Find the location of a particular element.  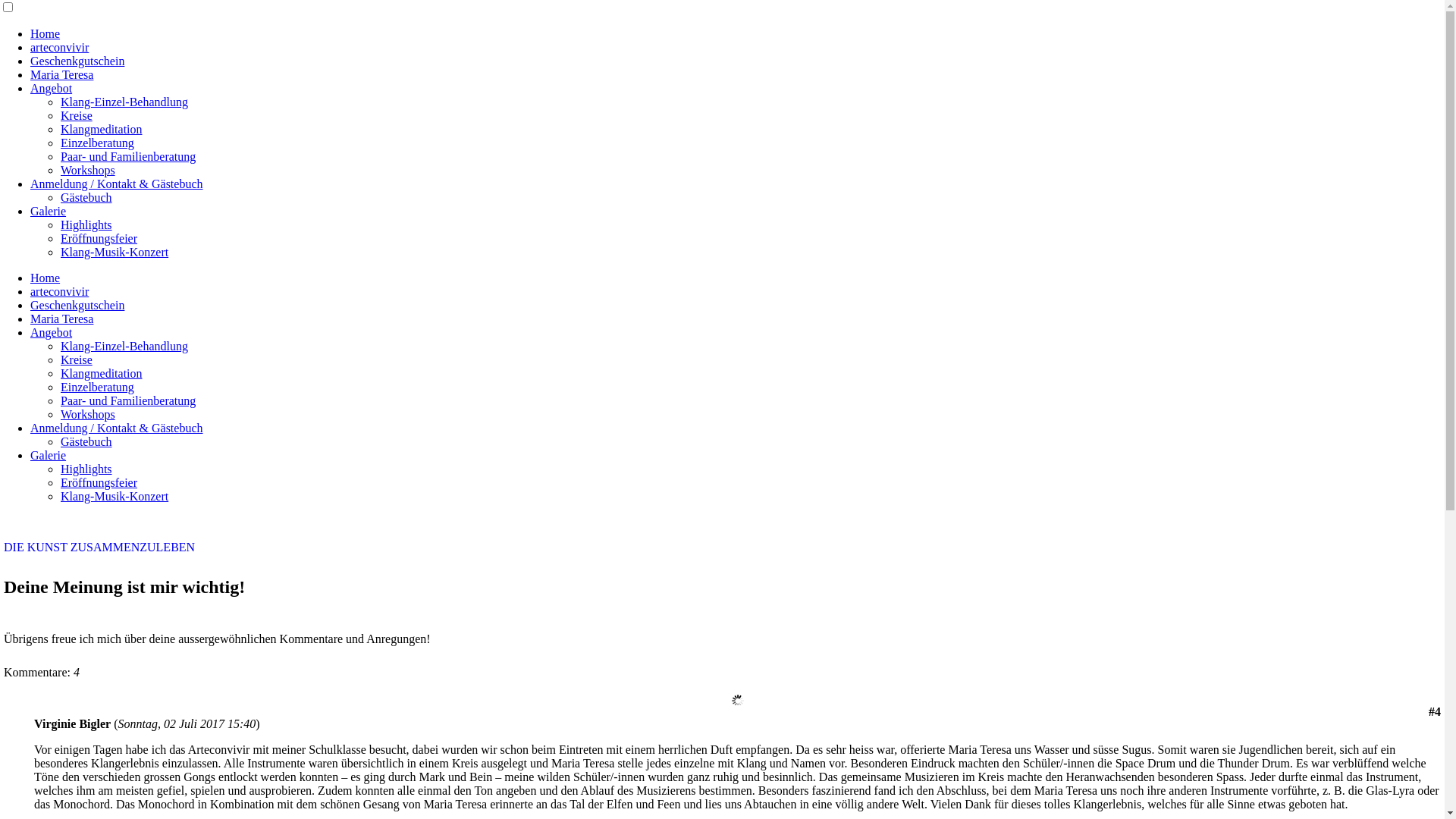

'Workshops' is located at coordinates (86, 414).